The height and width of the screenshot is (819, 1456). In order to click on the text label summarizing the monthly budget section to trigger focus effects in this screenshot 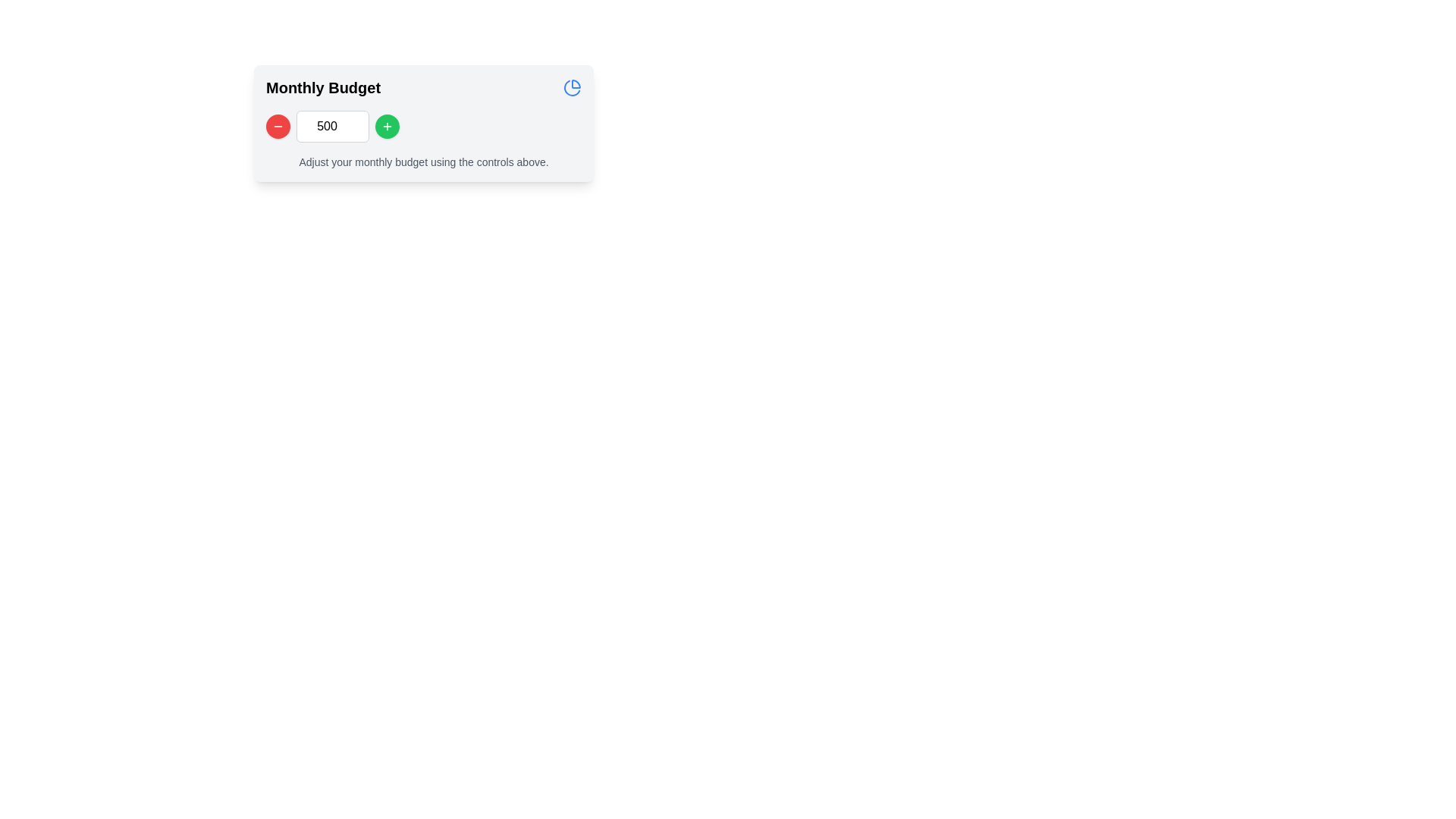, I will do `click(322, 87)`.